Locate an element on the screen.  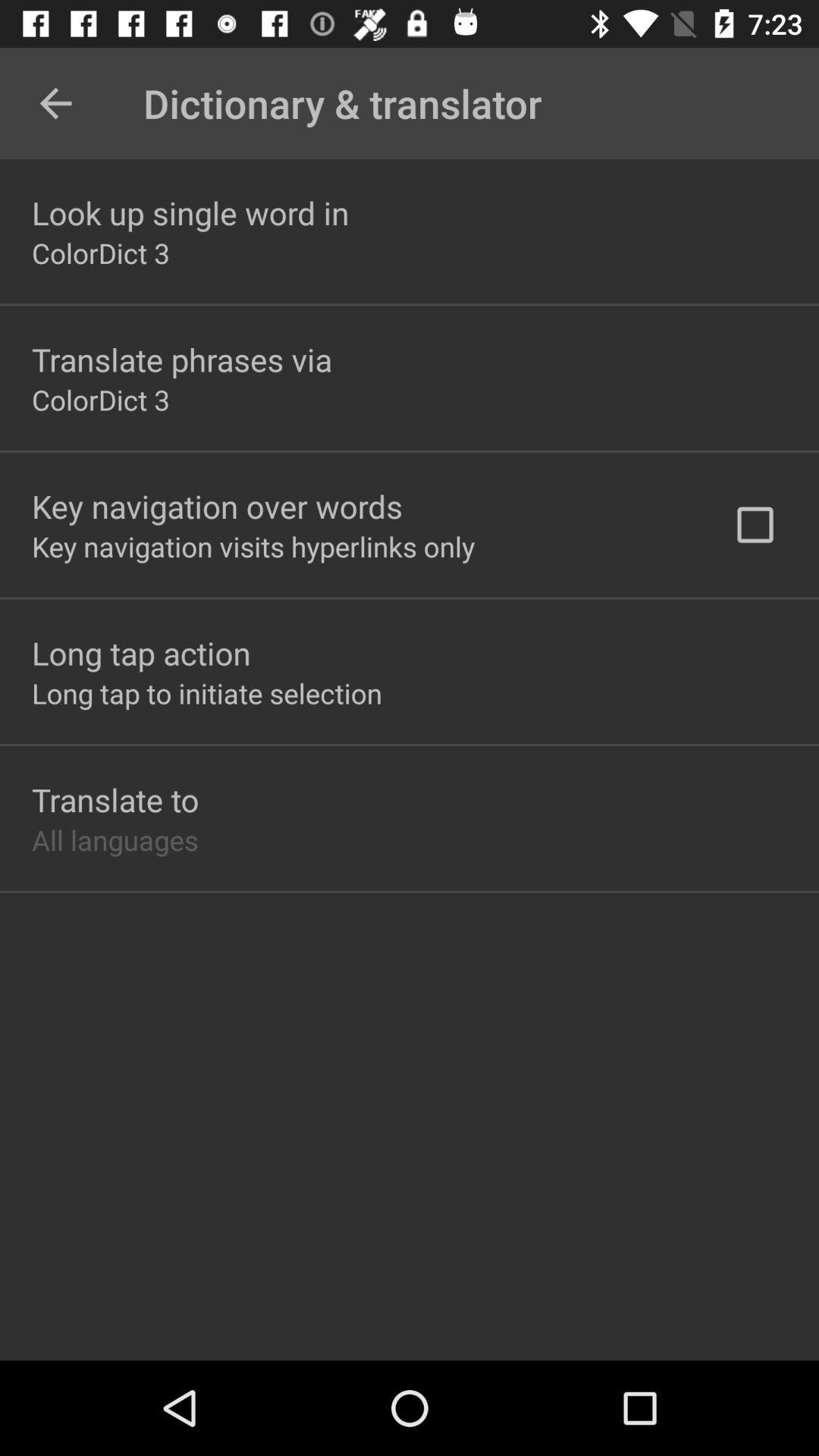
the item below the long tap to is located at coordinates (115, 799).